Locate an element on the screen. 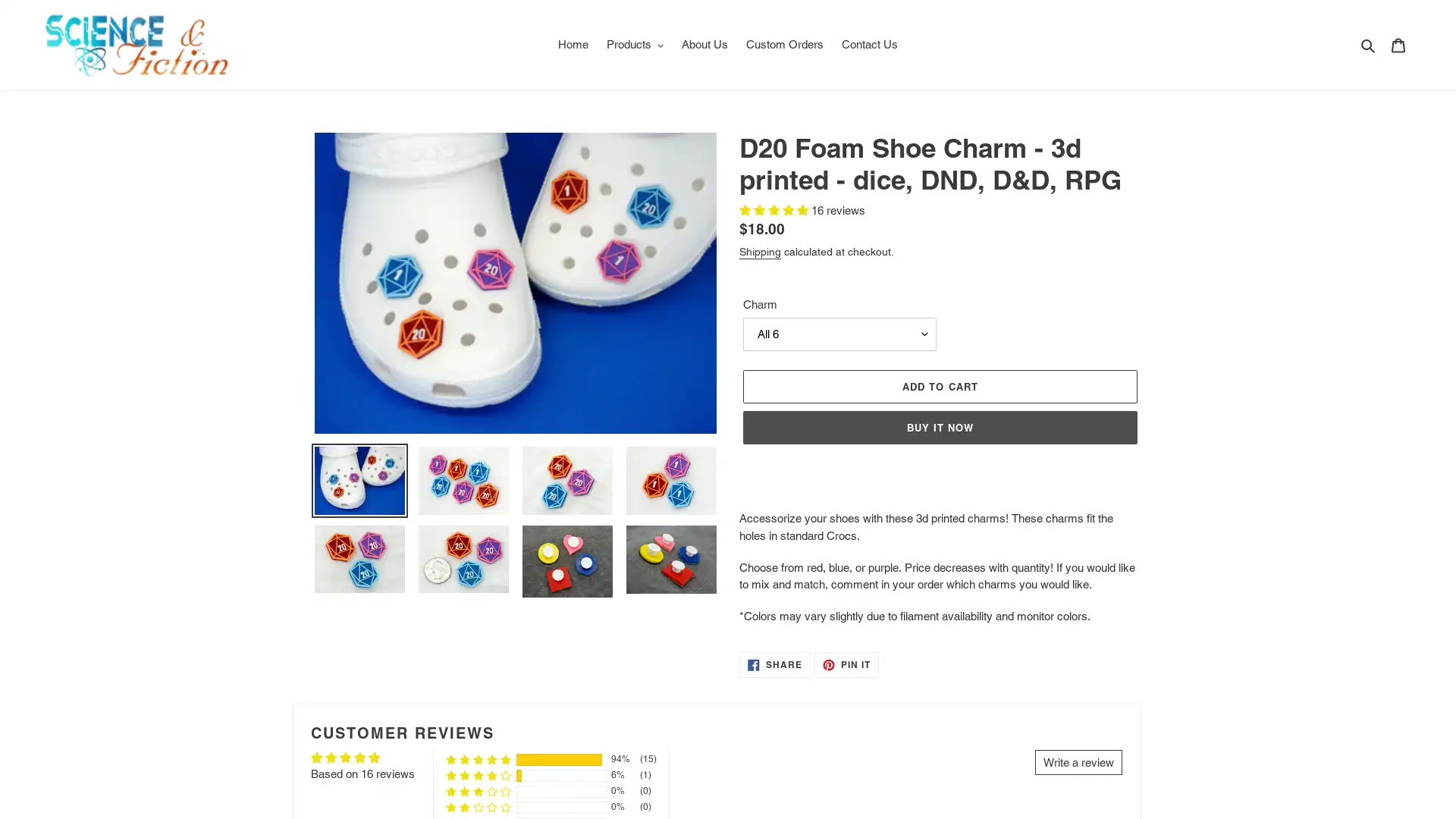  94% (15) reviews with 5 star rating is located at coordinates (477, 759).